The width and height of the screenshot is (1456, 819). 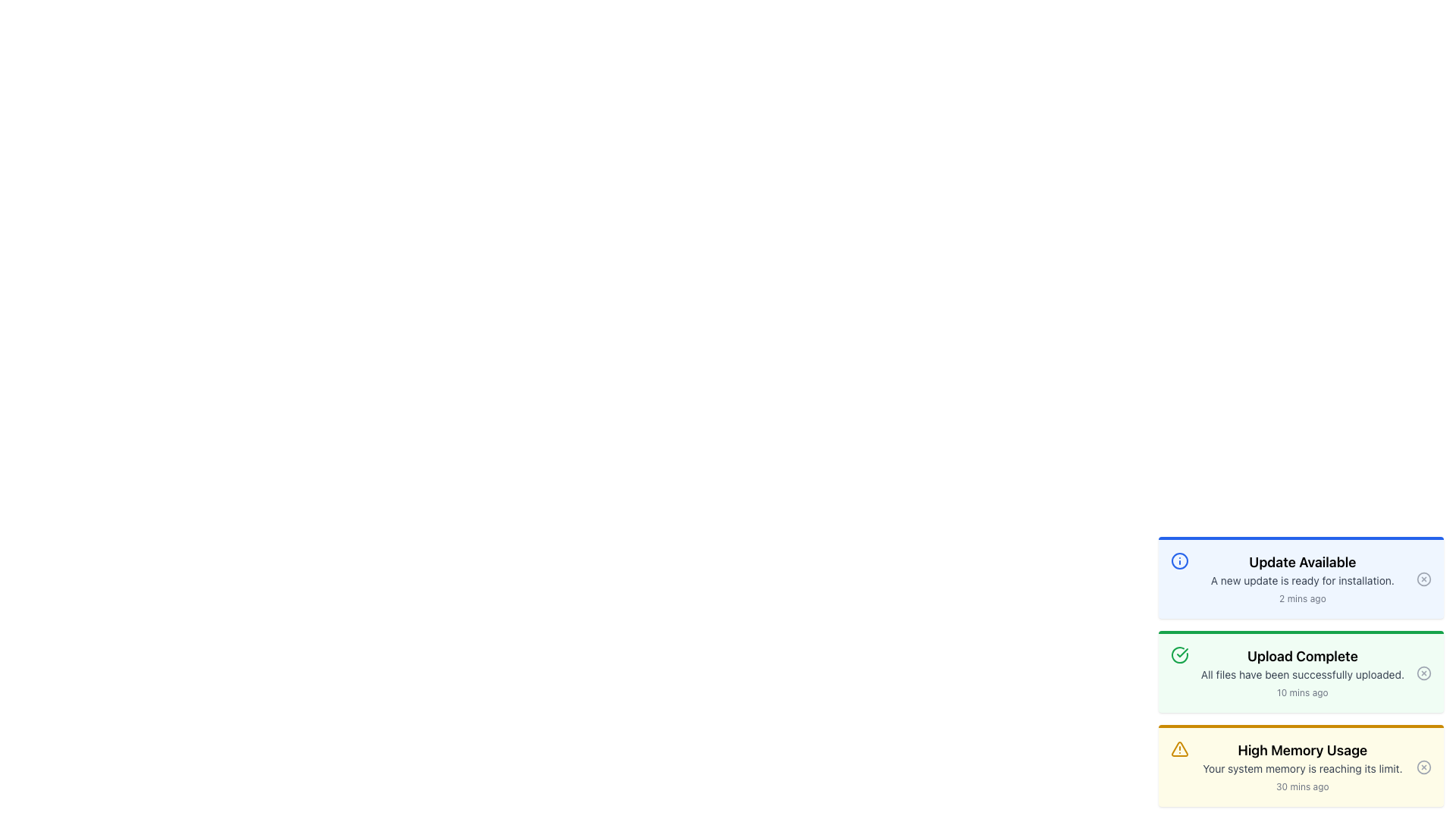 I want to click on text notification message 'Your system memory is reaching its limit.' displayed in a small gray font within the yellow-bordered warning box about high memory usage, so click(x=1301, y=769).